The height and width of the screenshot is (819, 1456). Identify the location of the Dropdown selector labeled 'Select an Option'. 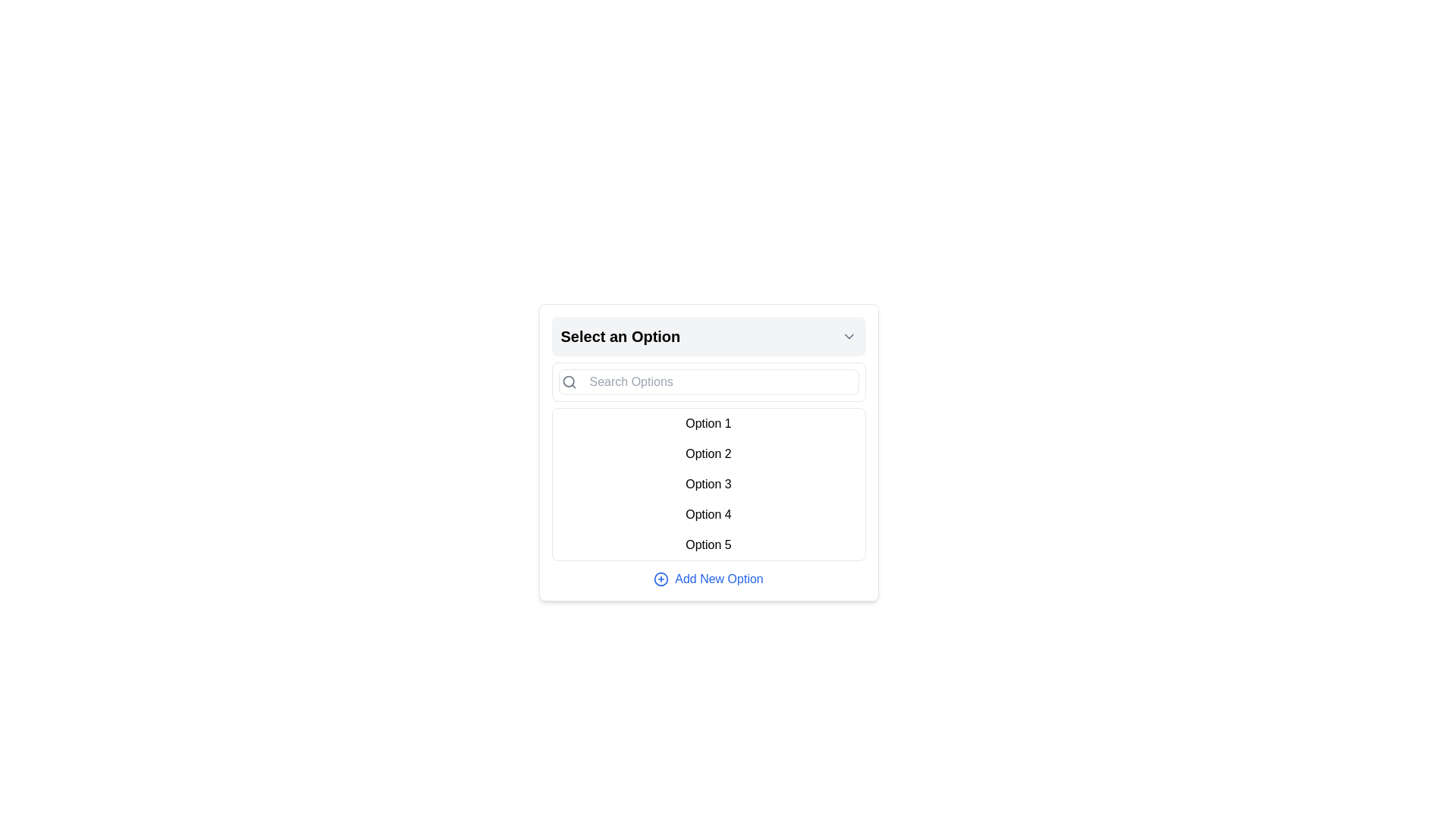
(708, 335).